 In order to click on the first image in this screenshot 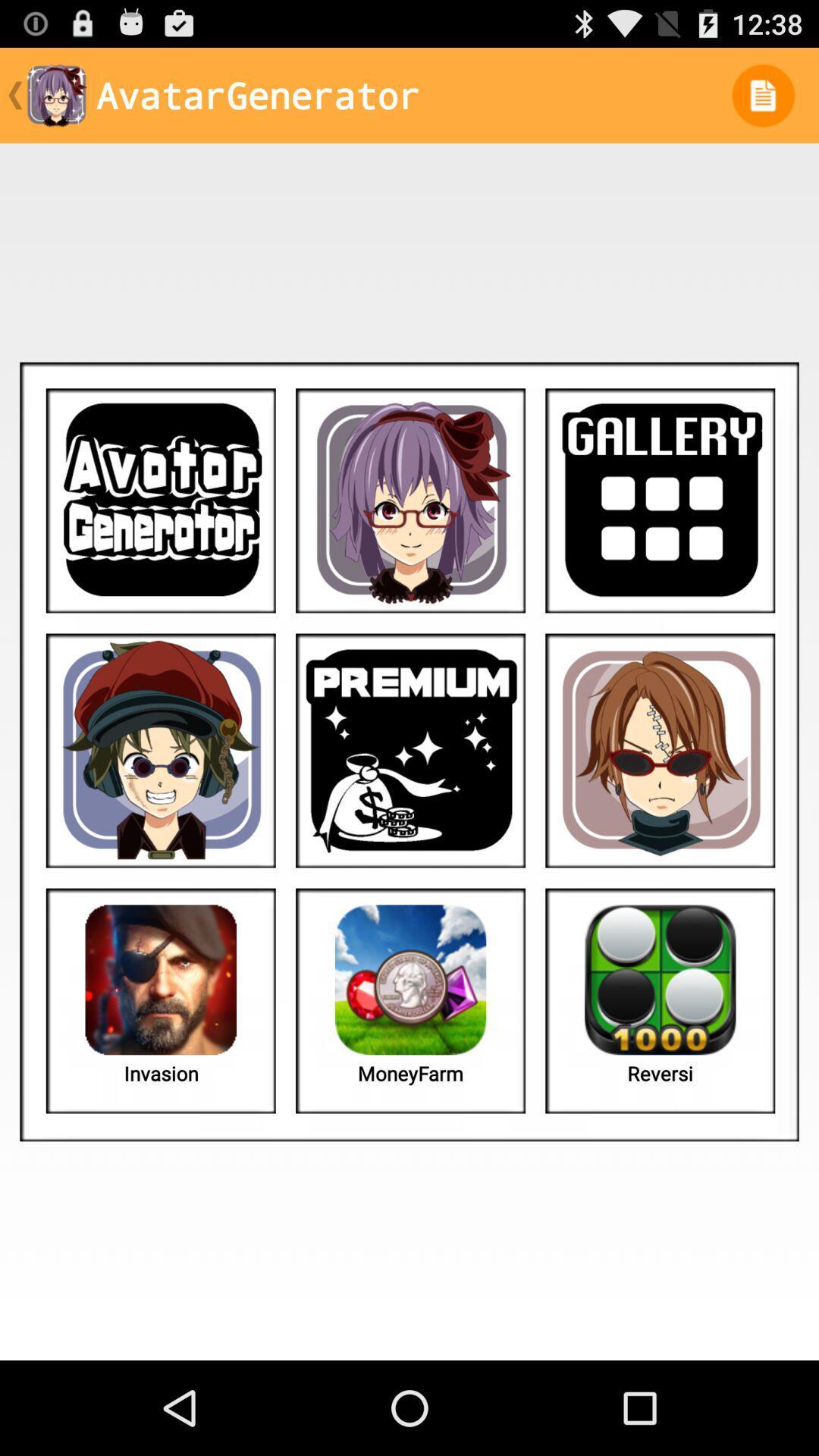, I will do `click(161, 500)`.